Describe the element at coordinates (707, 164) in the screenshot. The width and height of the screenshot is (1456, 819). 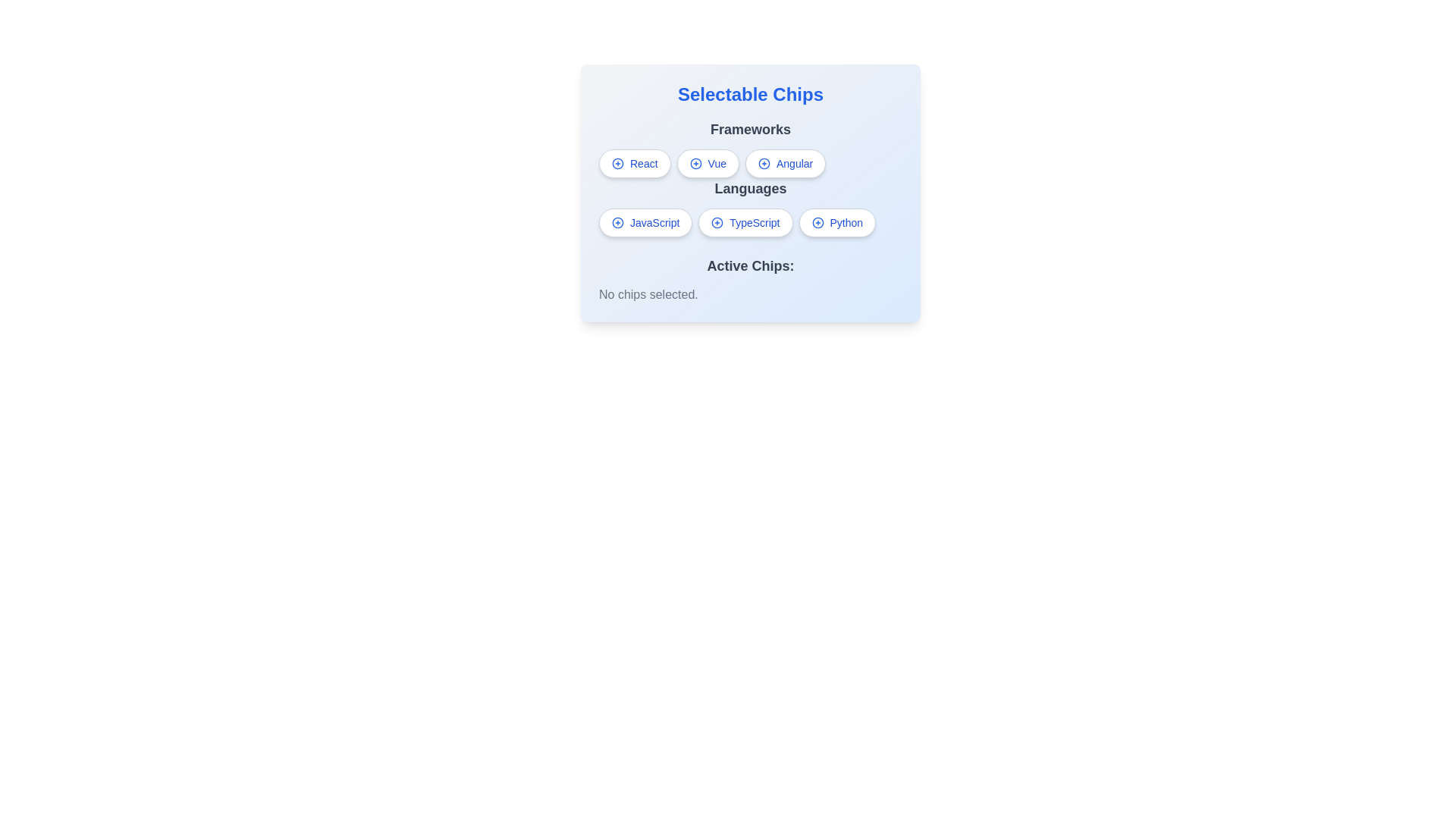
I see `the 'Vue' selectable chip button, which is the second button under the 'Frameworks' heading in the 'Selectable Chips' section` at that location.